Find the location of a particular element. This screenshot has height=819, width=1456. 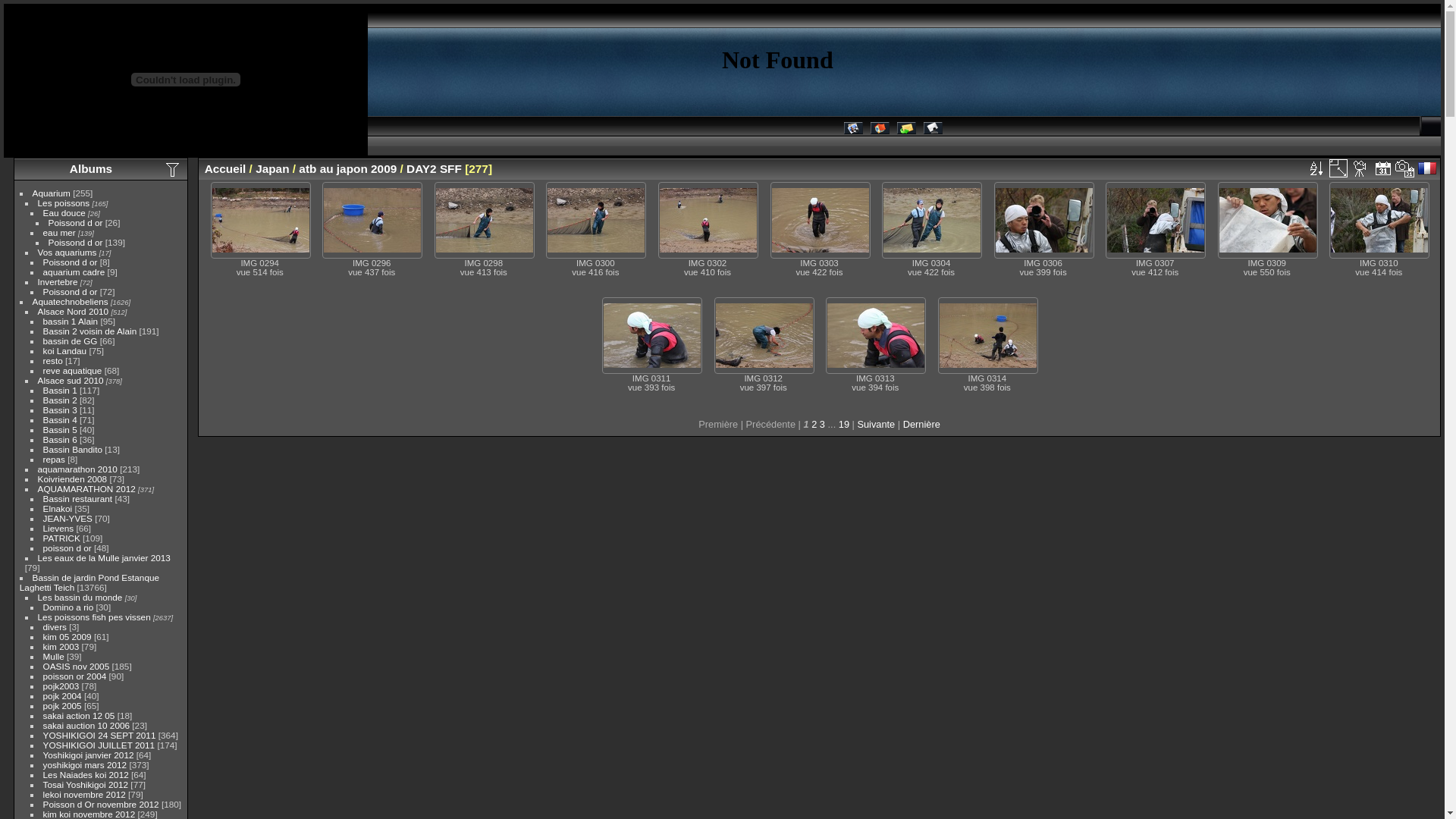

' ' is located at coordinates (1314, 168).